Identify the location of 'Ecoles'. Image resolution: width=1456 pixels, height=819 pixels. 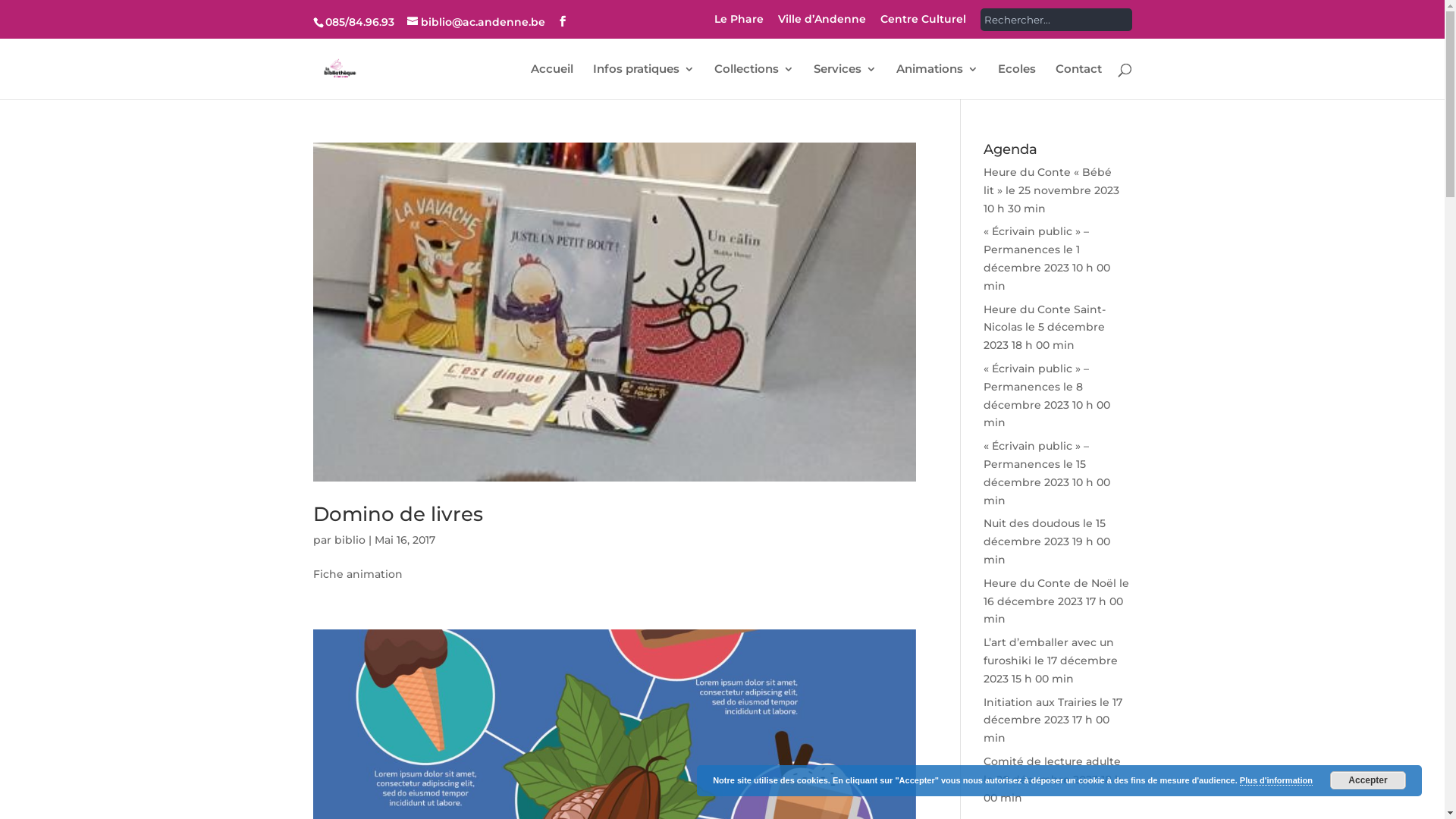
(1016, 81).